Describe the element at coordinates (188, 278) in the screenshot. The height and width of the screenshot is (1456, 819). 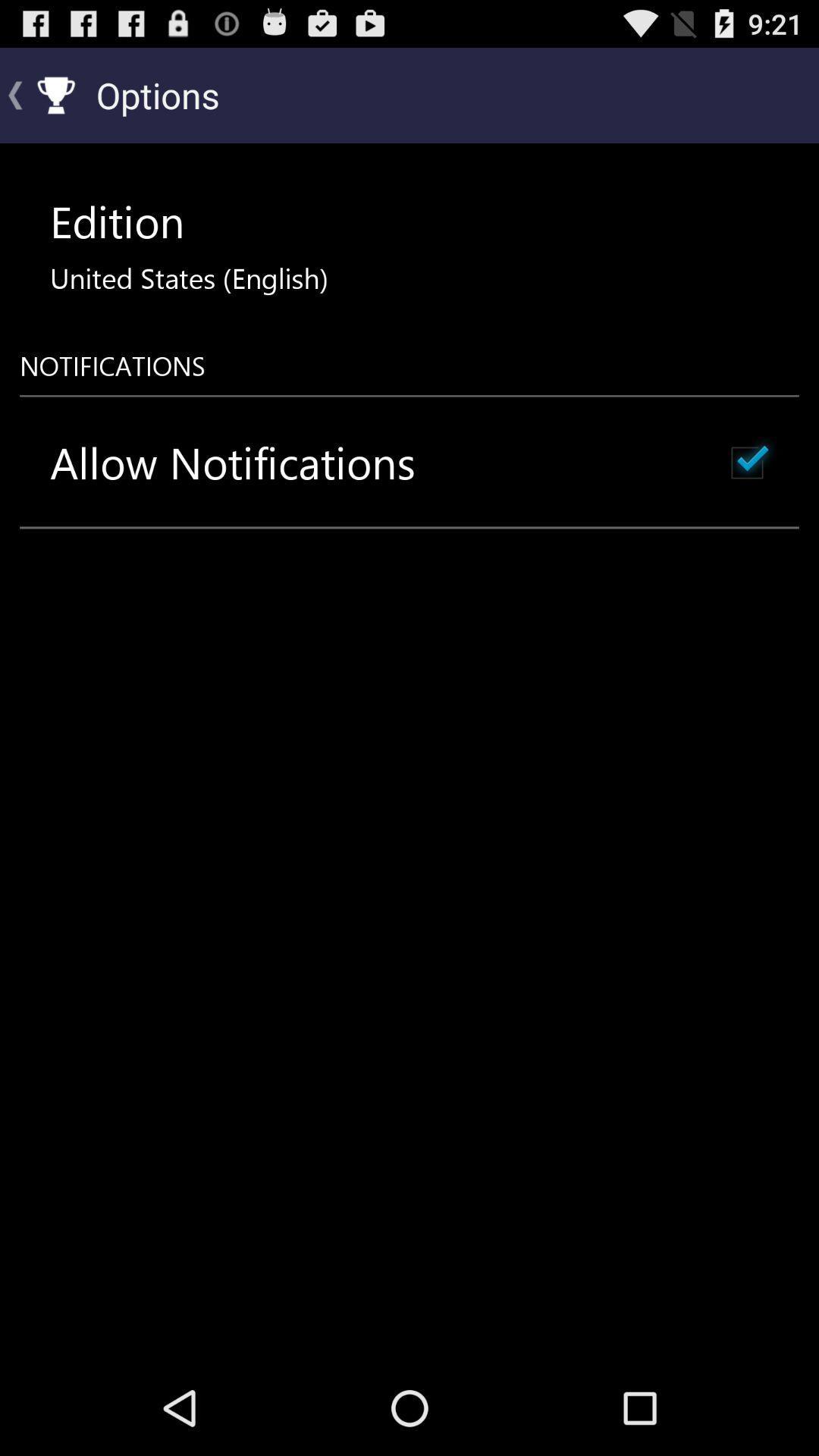
I see `icon above notifications icon` at that location.